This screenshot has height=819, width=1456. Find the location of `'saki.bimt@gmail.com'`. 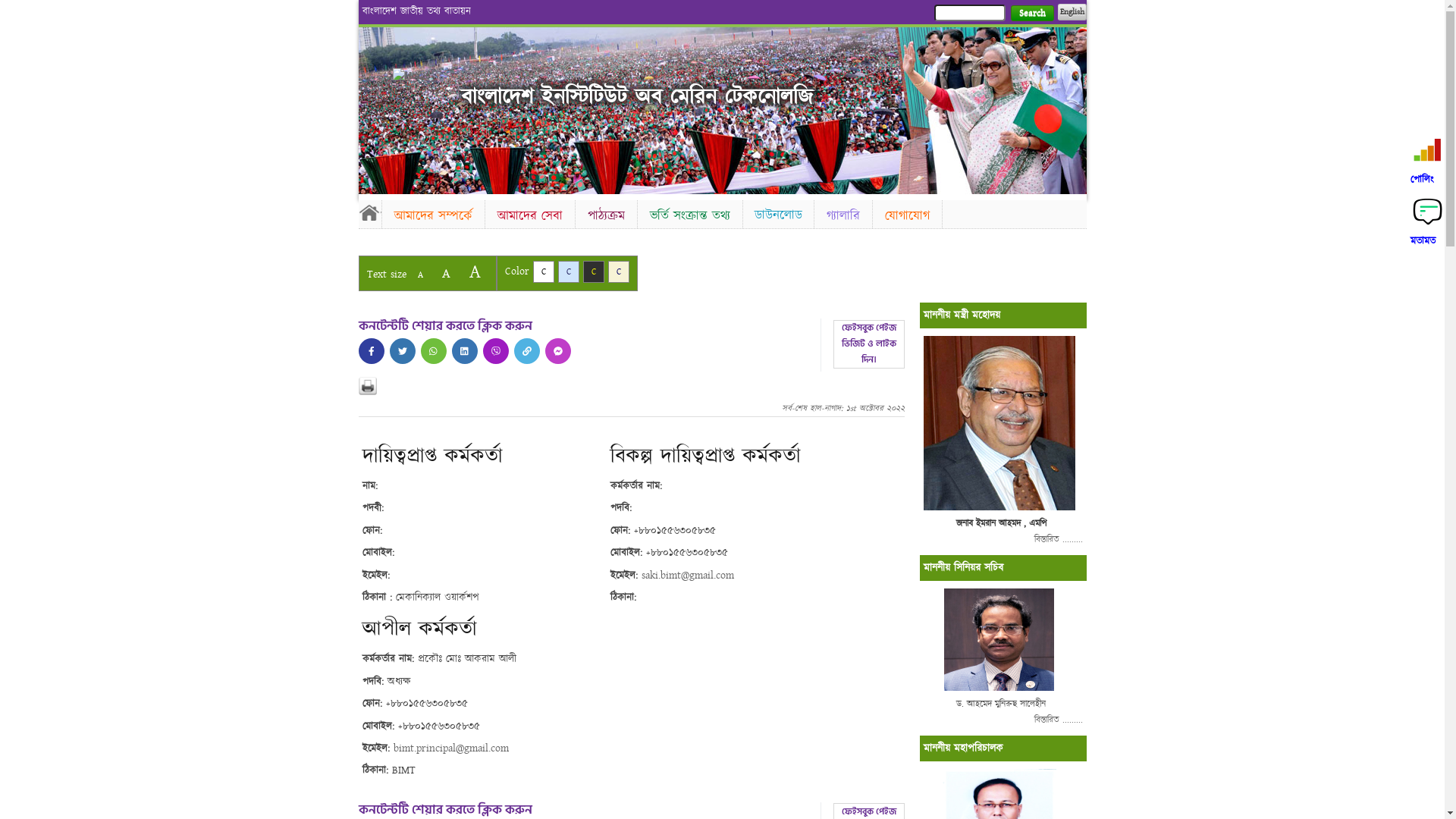

'saki.bimt@gmail.com' is located at coordinates (641, 576).